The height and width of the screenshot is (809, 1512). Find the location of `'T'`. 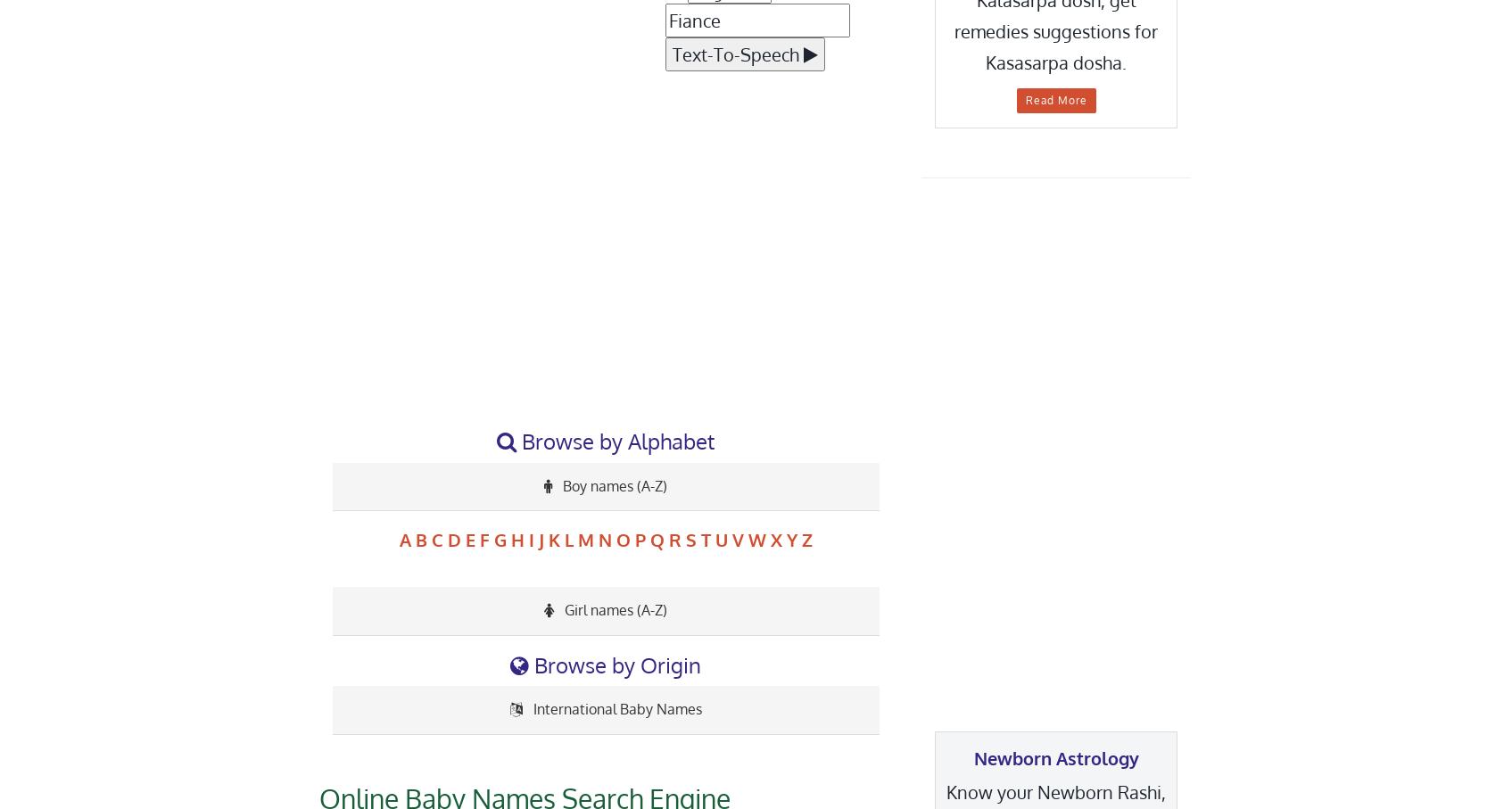

'T' is located at coordinates (705, 538).